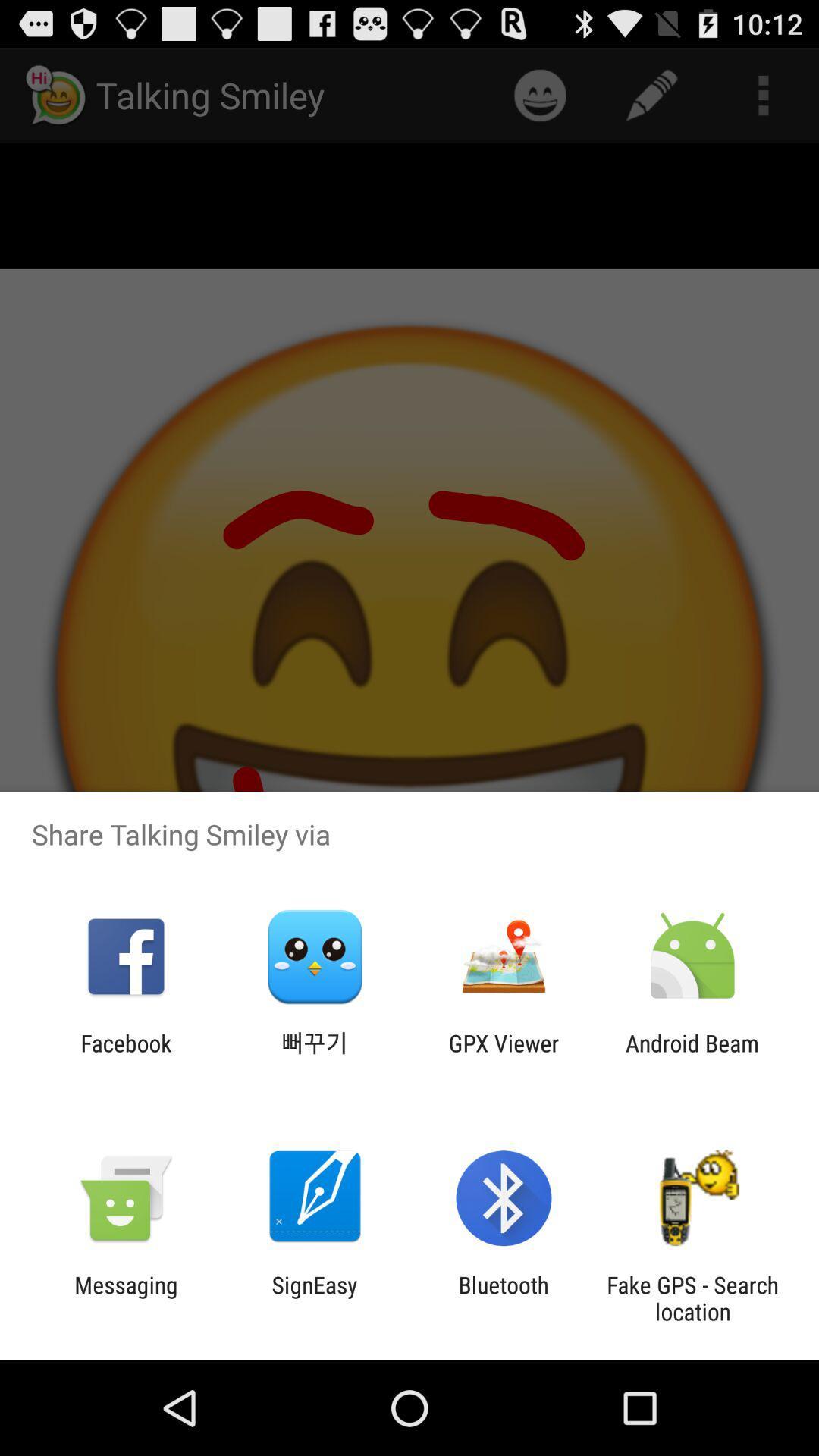  I want to click on android beam icon, so click(692, 1056).